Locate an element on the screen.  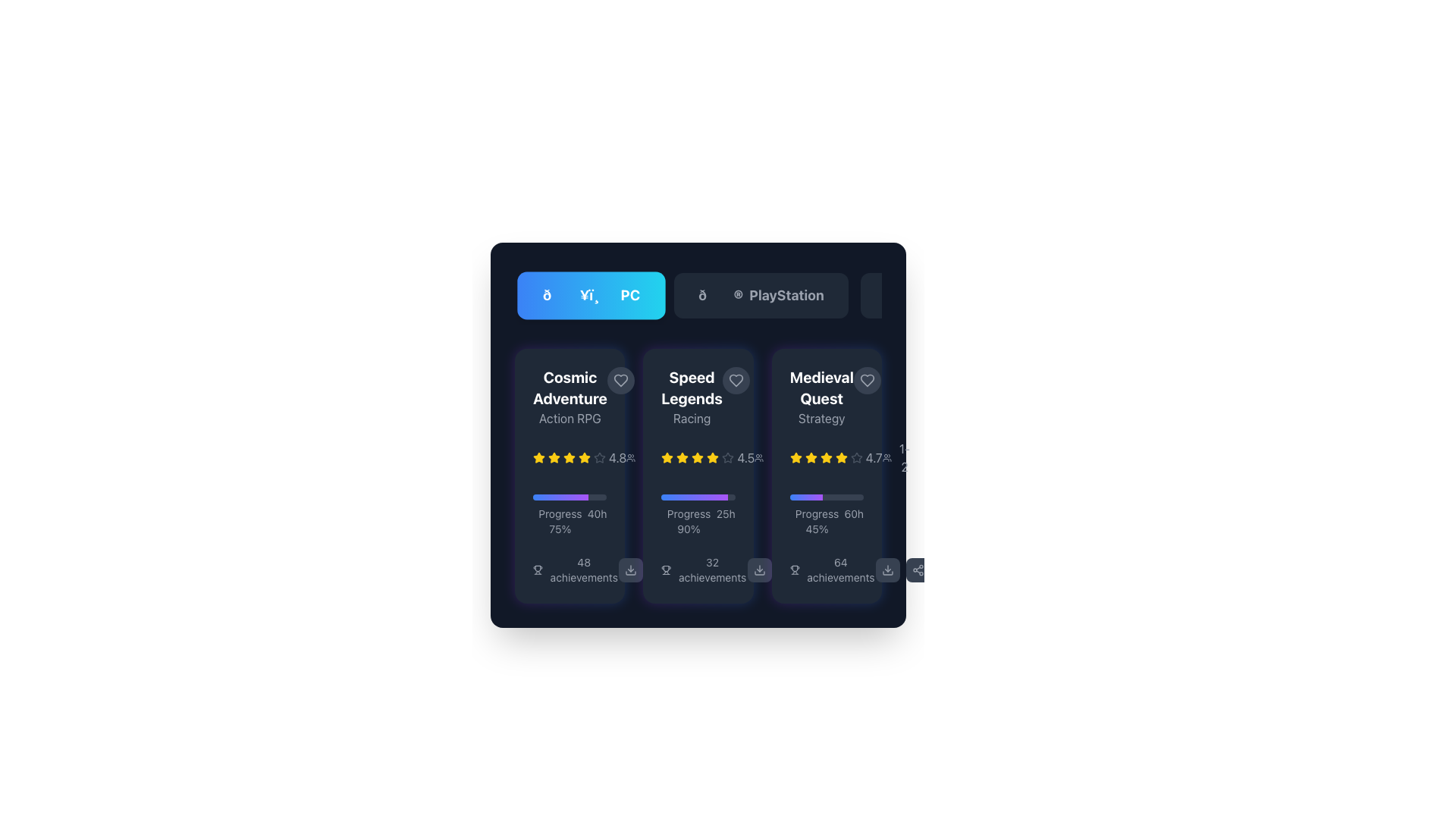
the informational text label that indicates the number of achievements for the 'Cosmic Adventure' entry is located at coordinates (569, 570).